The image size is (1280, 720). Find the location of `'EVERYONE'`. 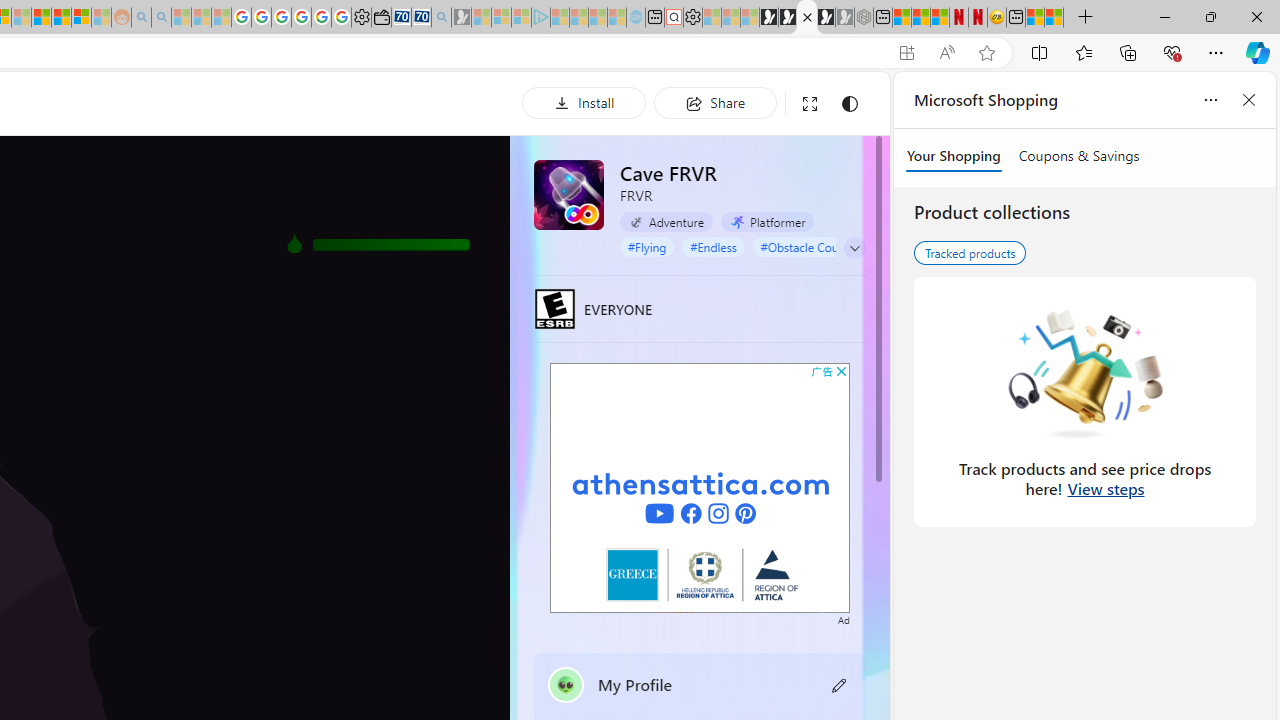

'EVERYONE' is located at coordinates (554, 308).